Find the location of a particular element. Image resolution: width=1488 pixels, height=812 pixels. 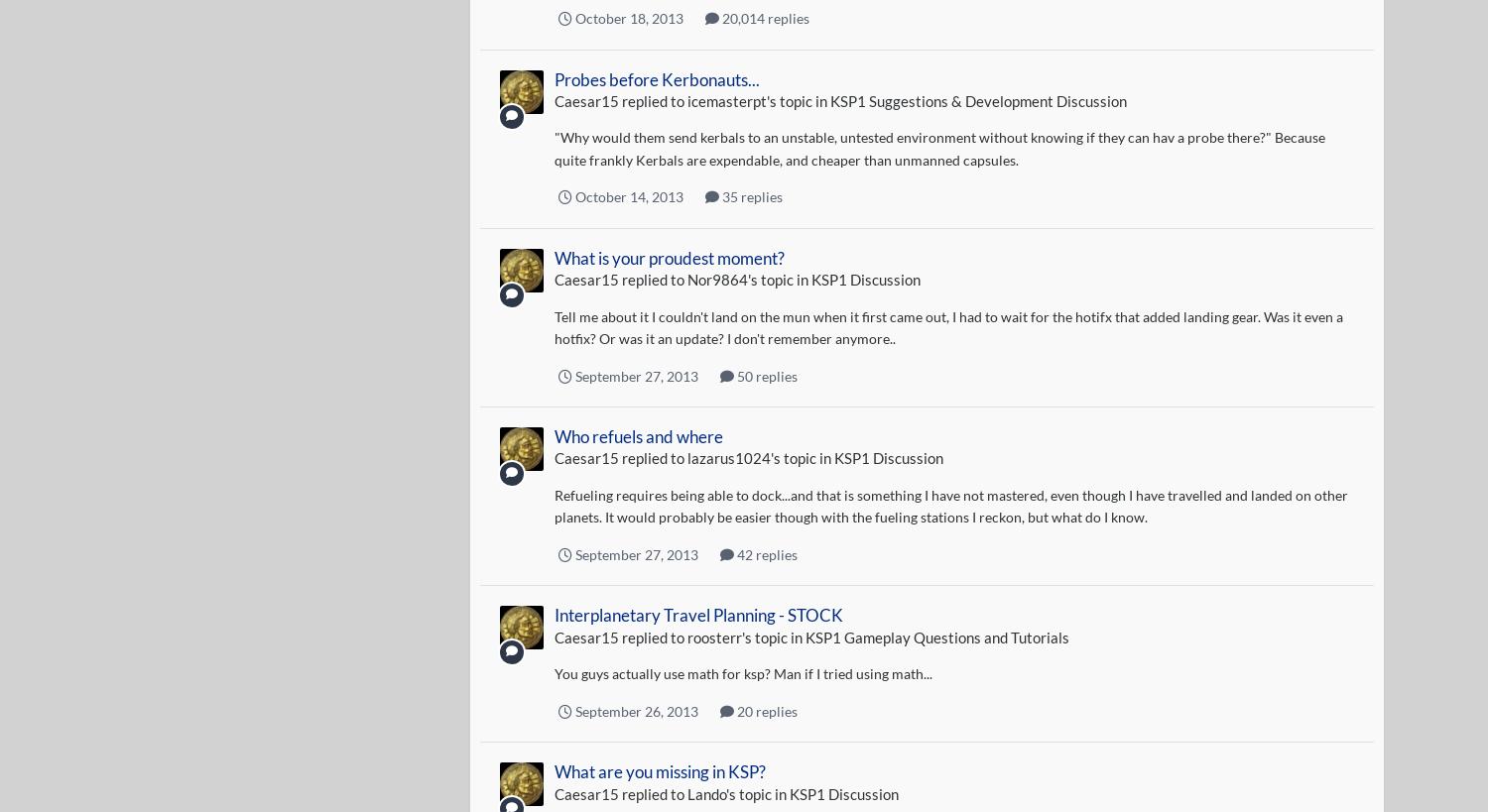

'Refueling requires being able to dock...and that is something I have not mastered, even though I have travelled and landed on other planets. It would probably be easier though with the fueling stations I reckon, but what do I know.' is located at coordinates (949, 504).